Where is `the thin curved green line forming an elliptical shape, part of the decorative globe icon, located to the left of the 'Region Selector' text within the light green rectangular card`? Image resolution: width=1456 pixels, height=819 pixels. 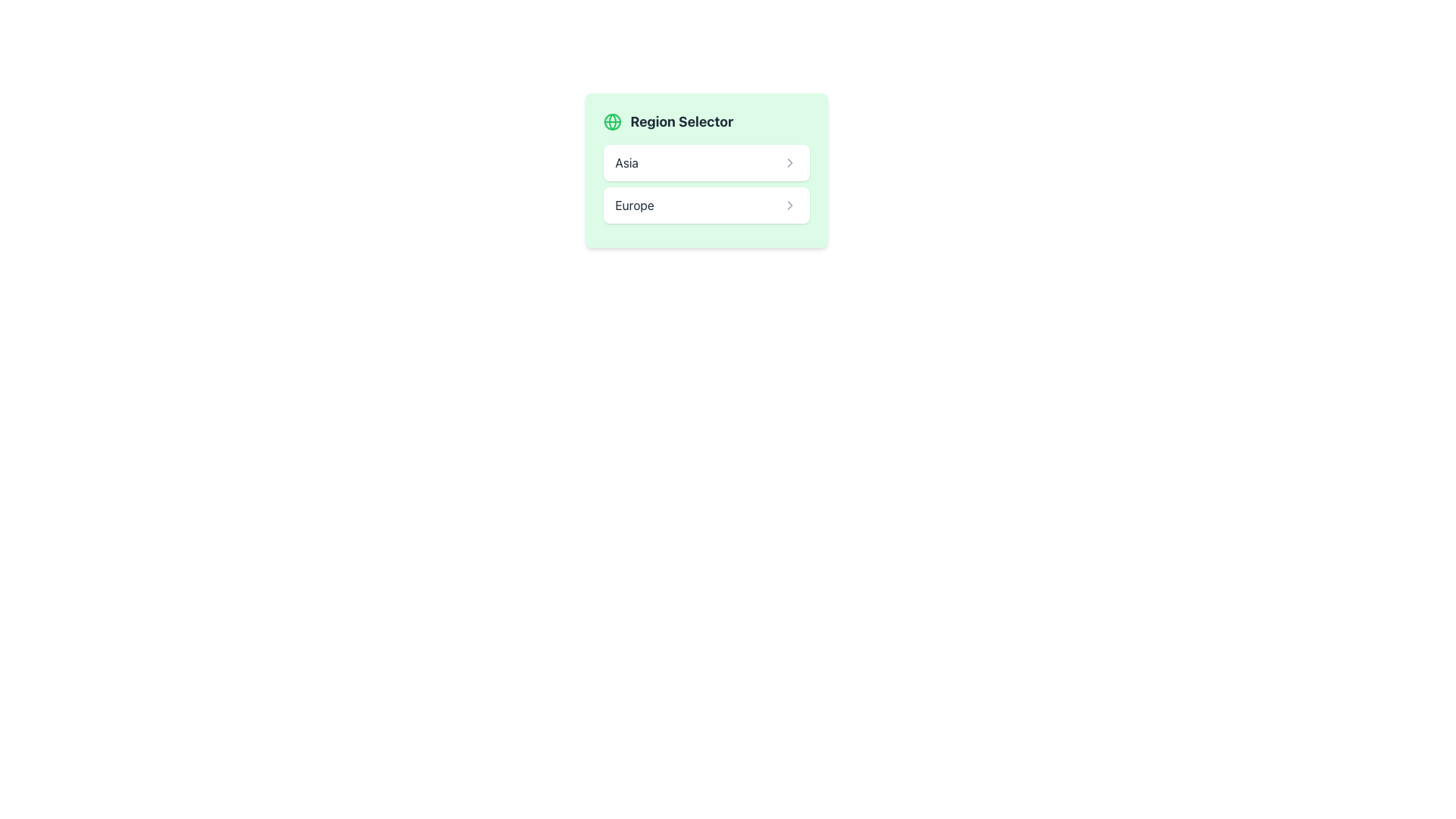 the thin curved green line forming an elliptical shape, part of the decorative globe icon, located to the left of the 'Region Selector' text within the light green rectangular card is located at coordinates (612, 121).